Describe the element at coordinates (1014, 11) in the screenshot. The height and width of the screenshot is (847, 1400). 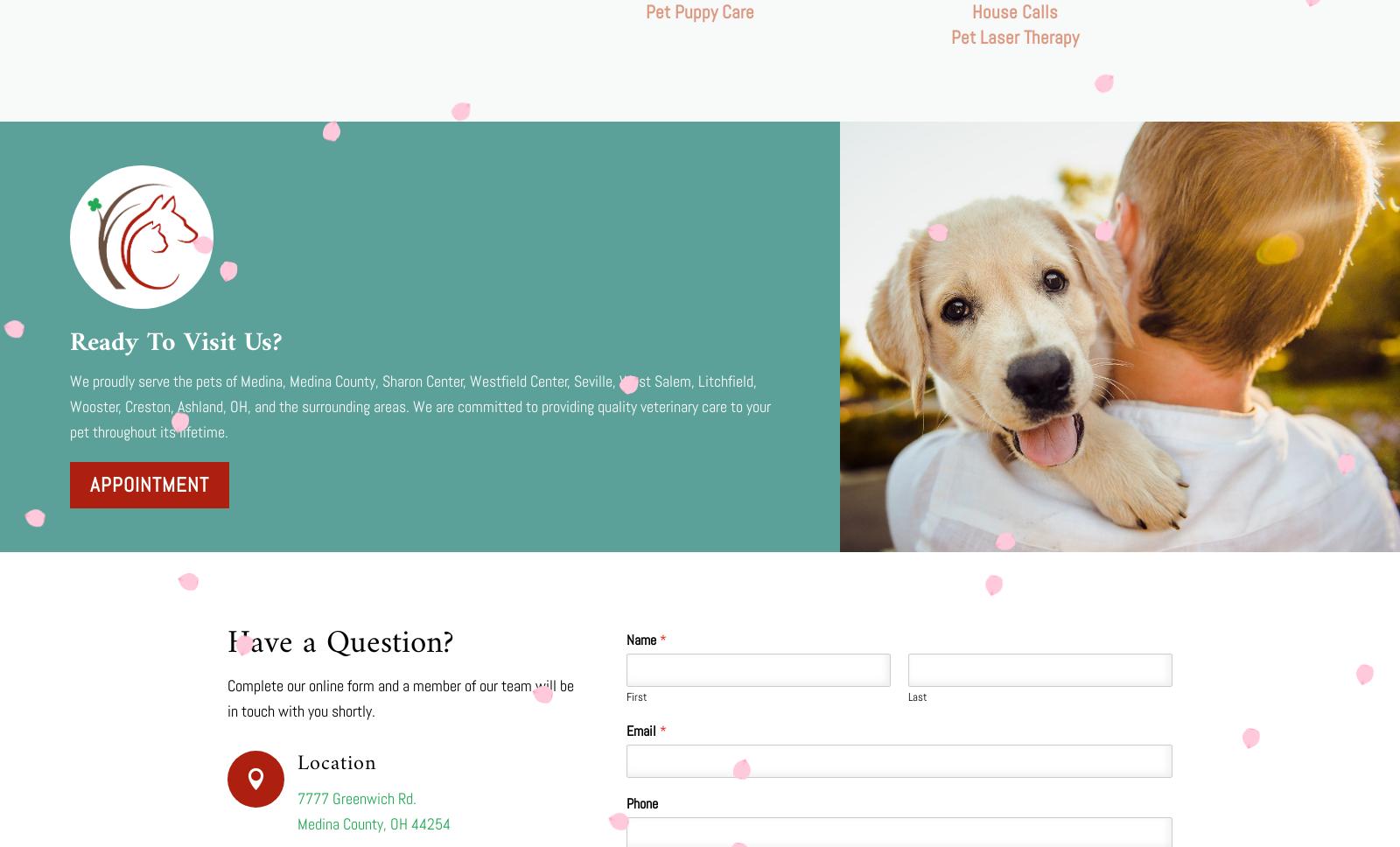
I see `'House Calls'` at that location.